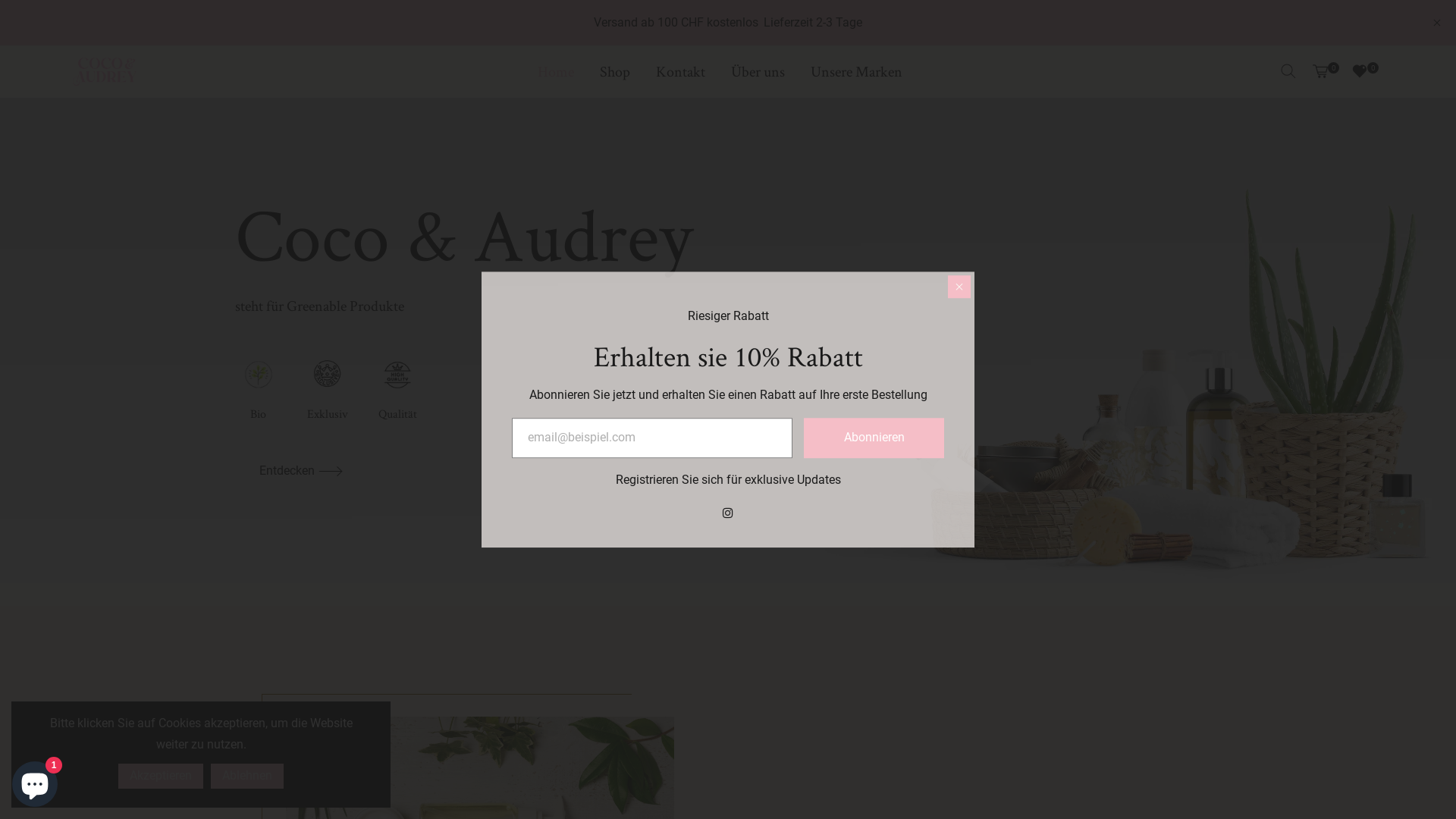  What do you see at coordinates (1344, 71) in the screenshot?
I see `'0'` at bounding box center [1344, 71].